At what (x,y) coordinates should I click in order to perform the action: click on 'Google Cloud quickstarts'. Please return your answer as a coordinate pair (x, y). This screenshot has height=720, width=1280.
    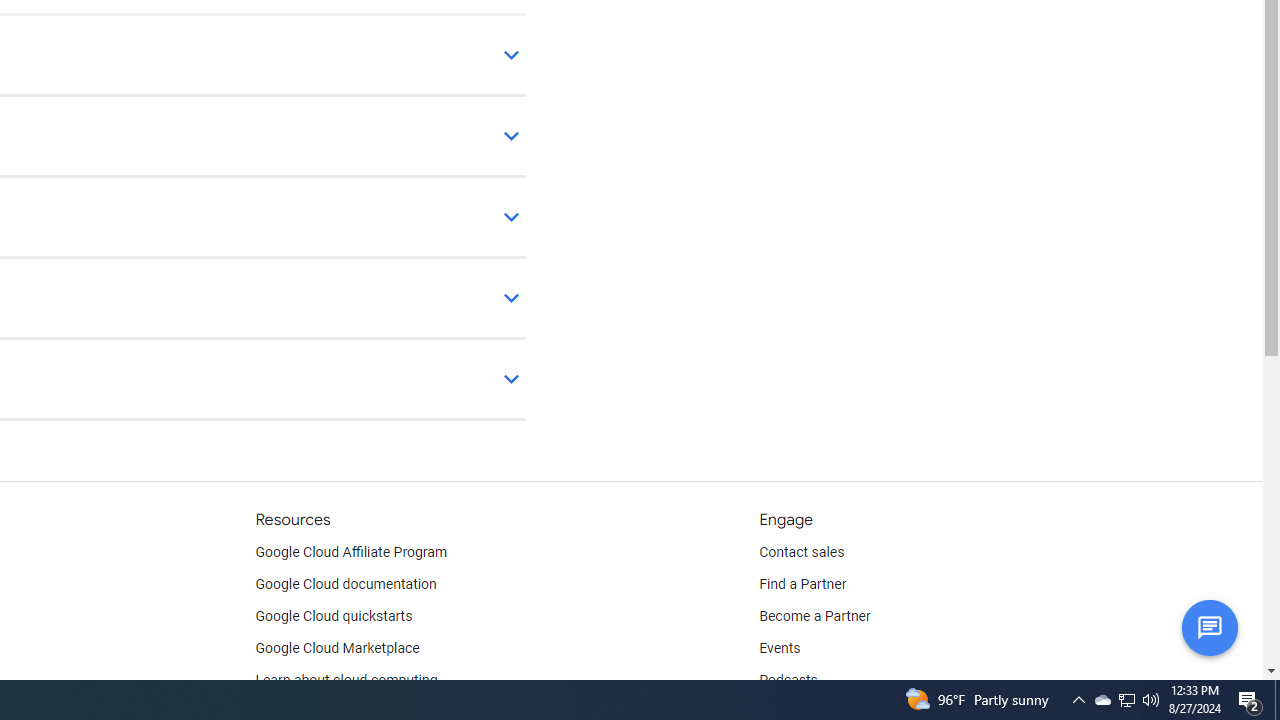
    Looking at the image, I should click on (334, 616).